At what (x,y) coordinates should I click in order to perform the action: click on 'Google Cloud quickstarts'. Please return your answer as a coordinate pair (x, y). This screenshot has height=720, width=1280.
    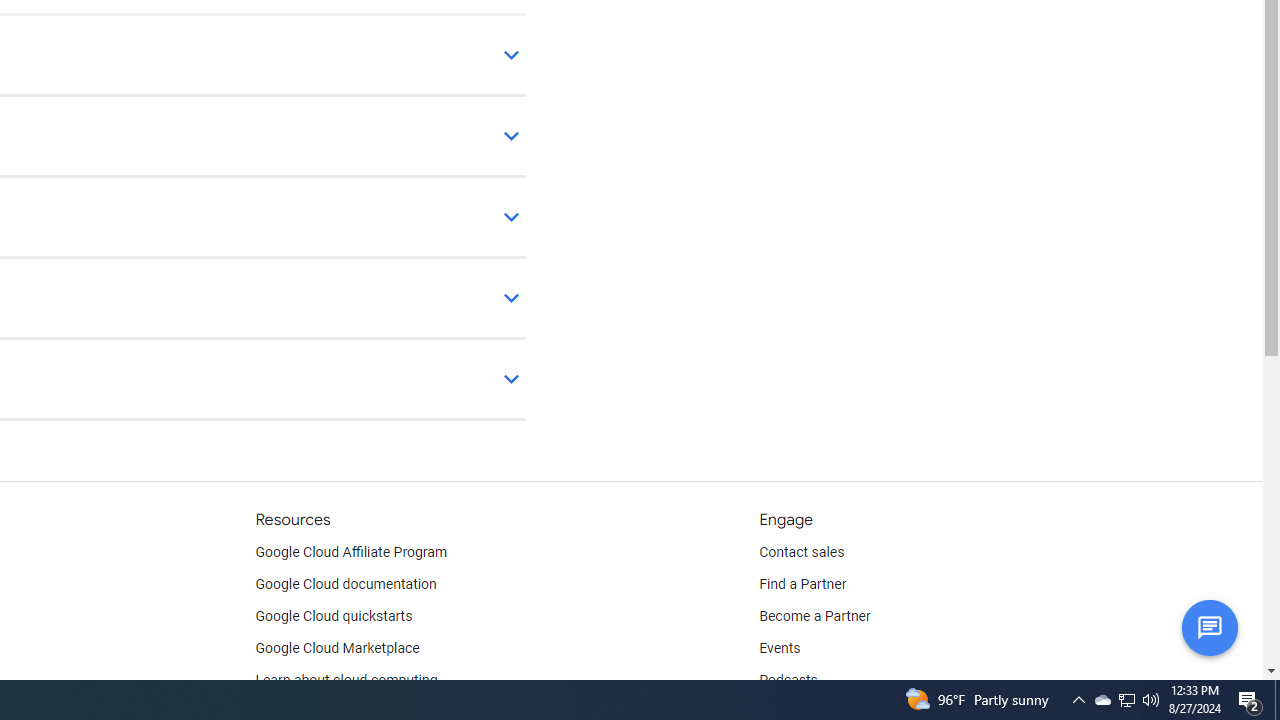
    Looking at the image, I should click on (334, 616).